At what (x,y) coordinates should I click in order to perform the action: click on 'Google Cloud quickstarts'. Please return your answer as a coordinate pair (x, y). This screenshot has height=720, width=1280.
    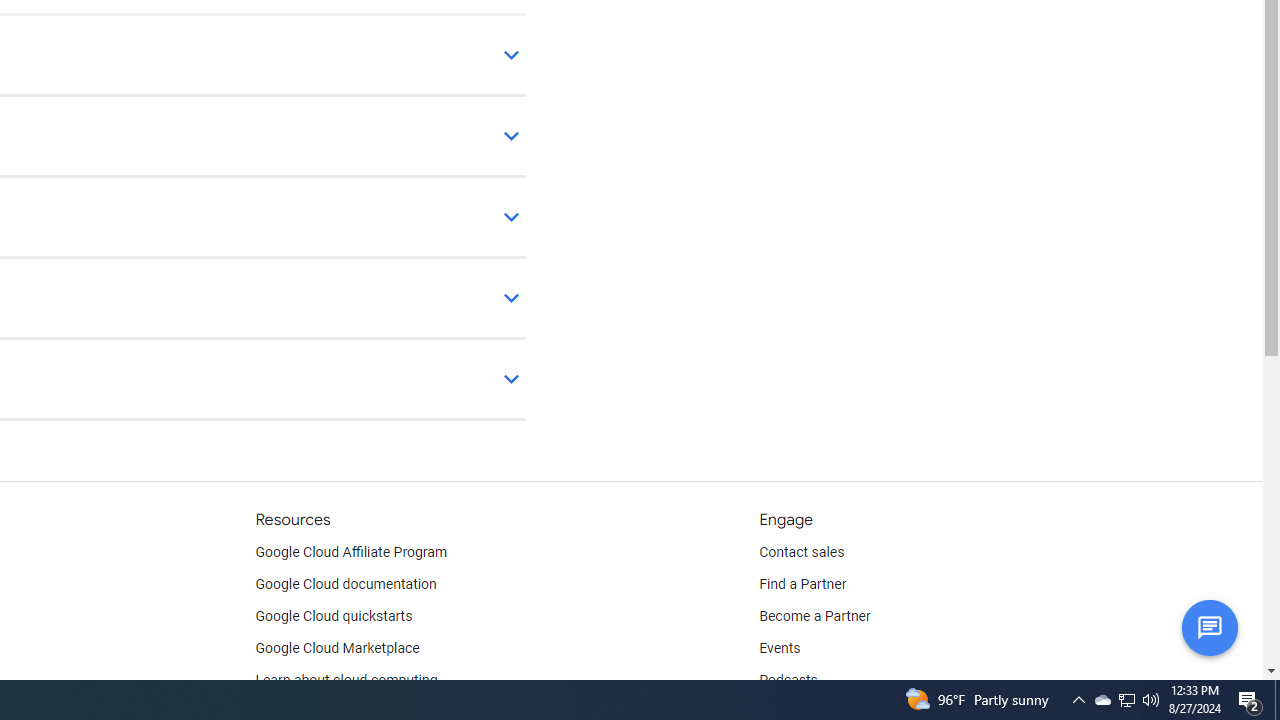
    Looking at the image, I should click on (334, 616).